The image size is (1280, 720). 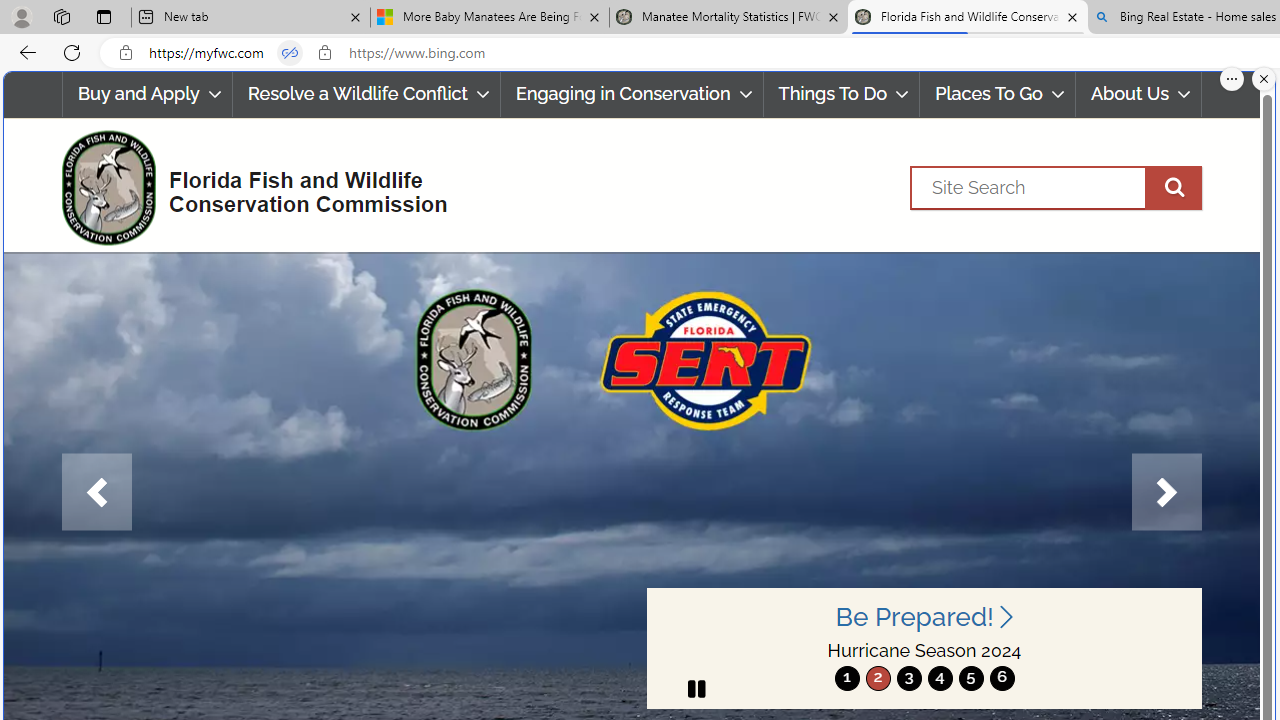 What do you see at coordinates (107, 187) in the screenshot?
I see `'FWC Logo'` at bounding box center [107, 187].